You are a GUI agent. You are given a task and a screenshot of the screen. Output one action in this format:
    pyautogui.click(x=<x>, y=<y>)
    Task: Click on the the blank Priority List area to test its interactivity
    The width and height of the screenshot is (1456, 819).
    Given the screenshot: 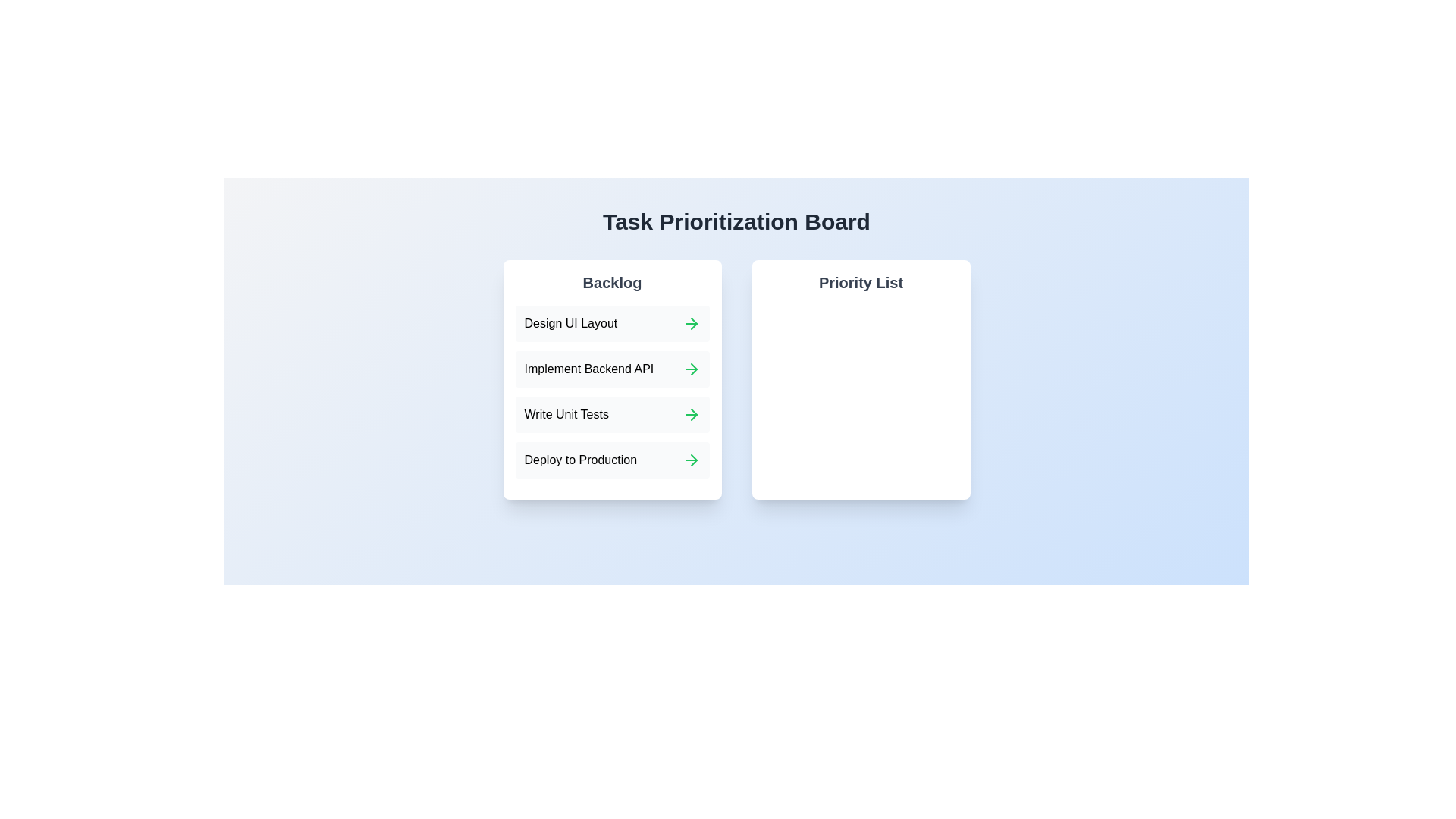 What is the action you would take?
    pyautogui.click(x=861, y=379)
    